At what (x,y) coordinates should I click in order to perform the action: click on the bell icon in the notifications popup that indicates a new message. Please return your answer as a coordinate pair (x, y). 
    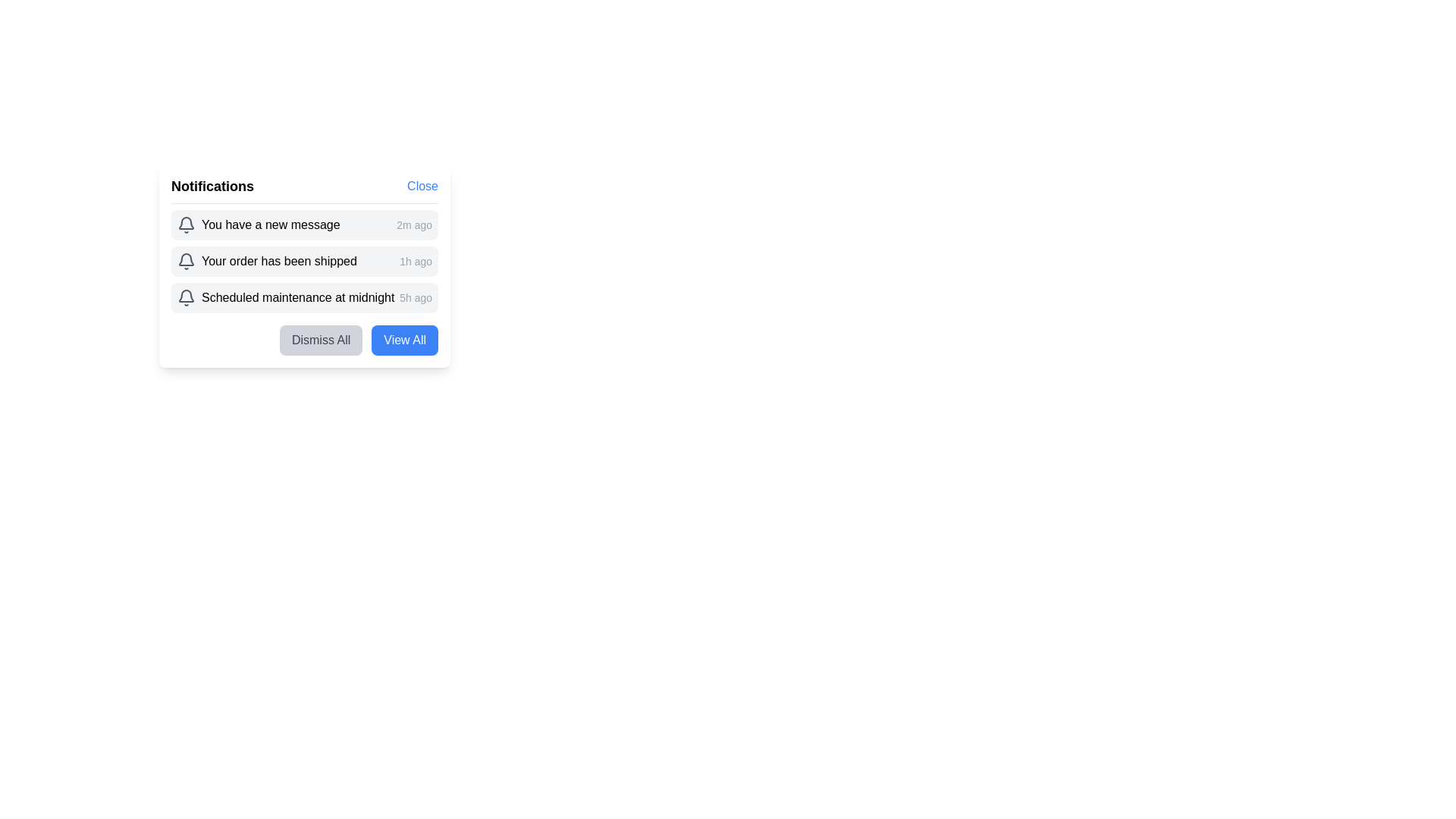
    Looking at the image, I should click on (185, 225).